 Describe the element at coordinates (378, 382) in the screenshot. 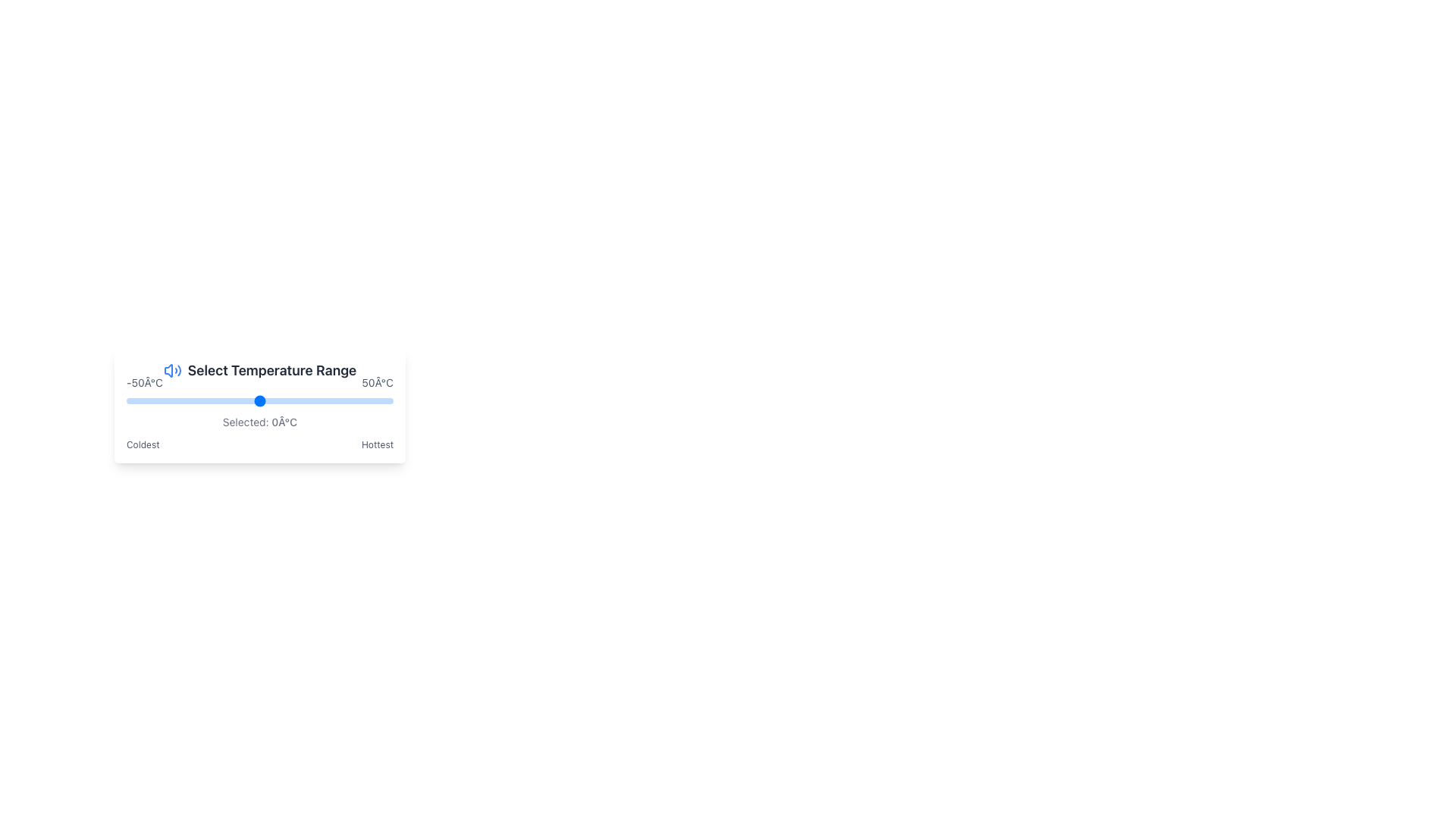

I see `the Text Label displaying '50°C', which is styled with a small font size and gray color, located at the top-right corner of the temperature range slider component` at that location.